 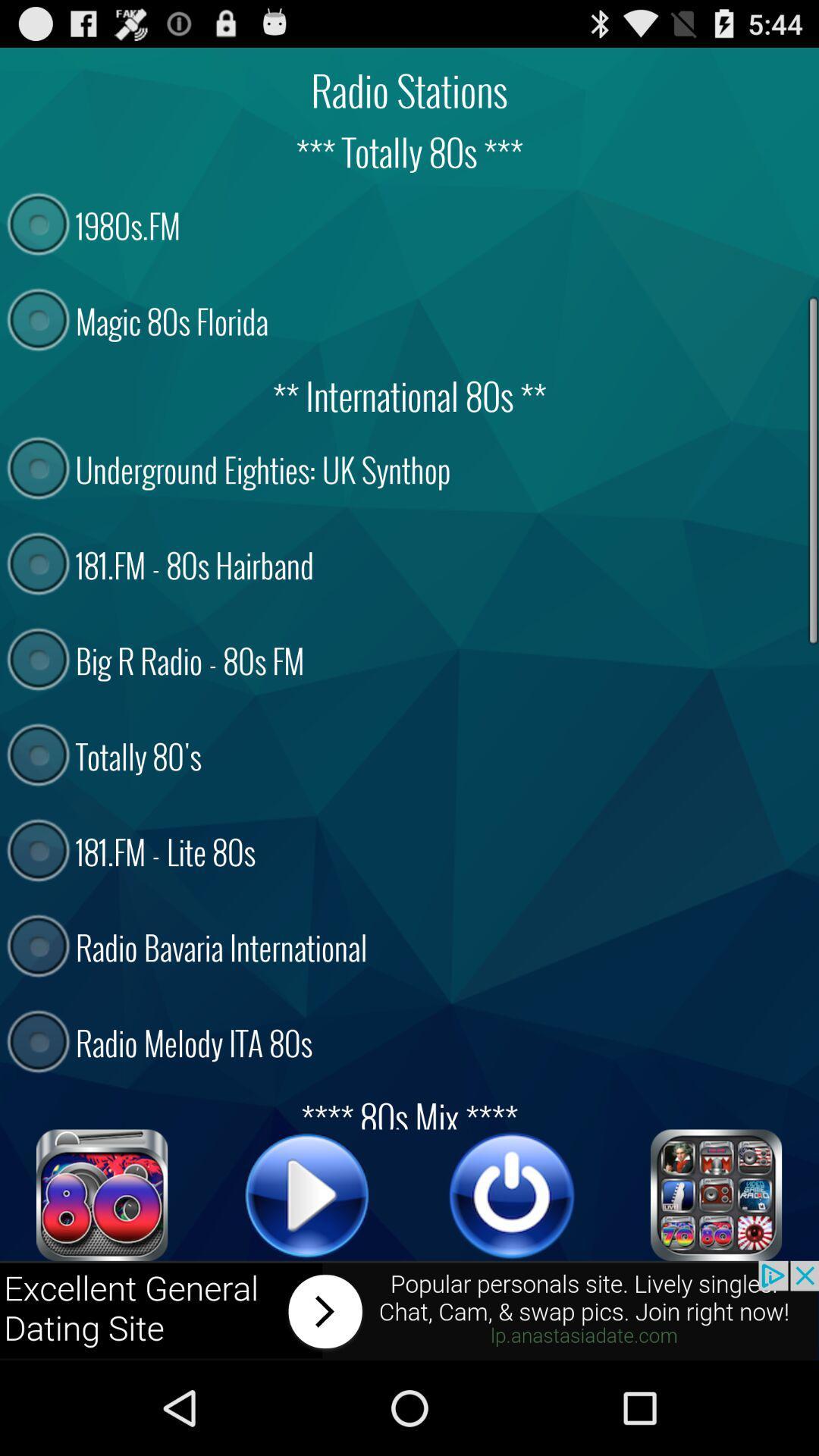 I want to click on the play icon, so click(x=307, y=1278).